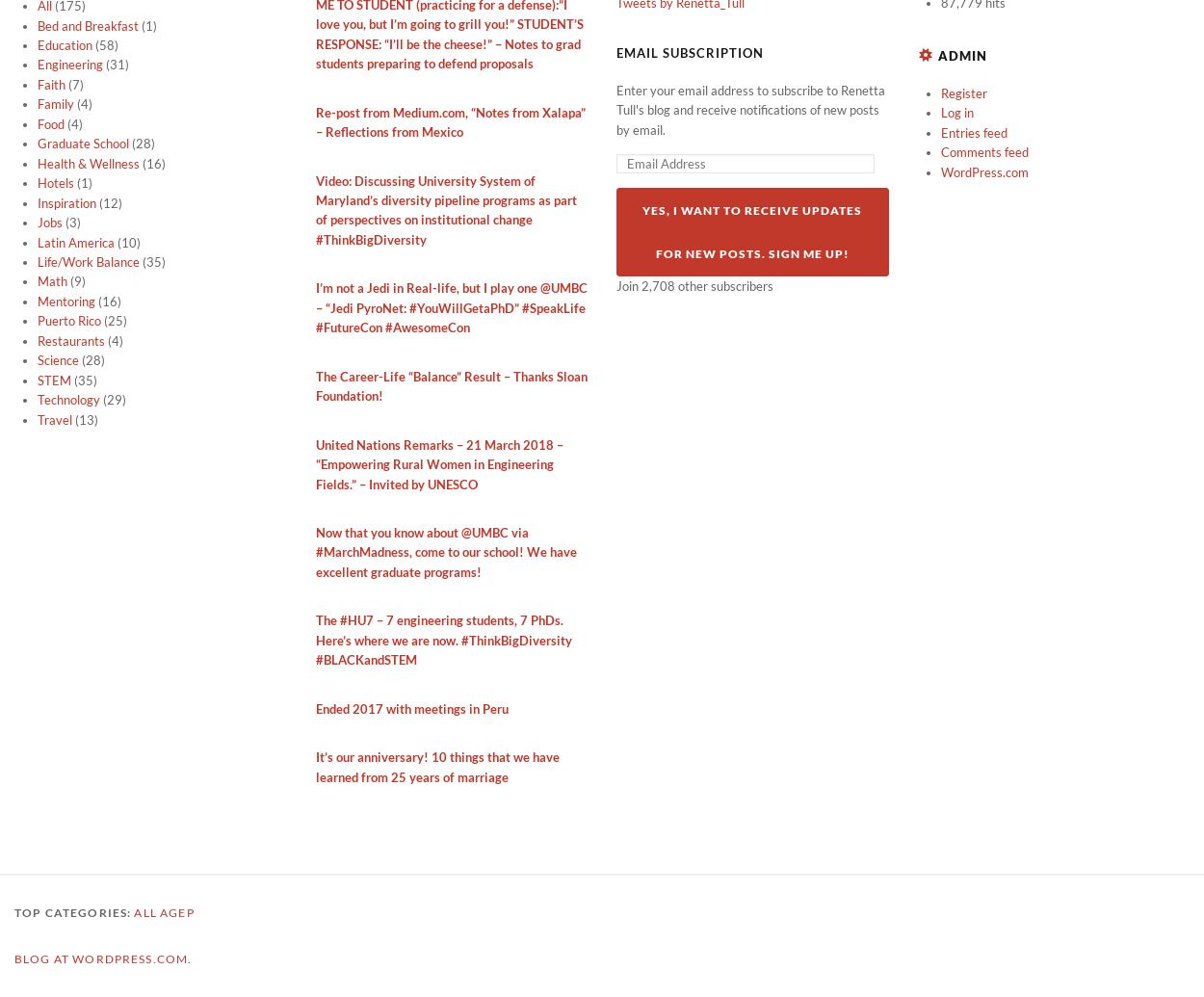  Describe the element at coordinates (960, 55) in the screenshot. I see `'Admin'` at that location.